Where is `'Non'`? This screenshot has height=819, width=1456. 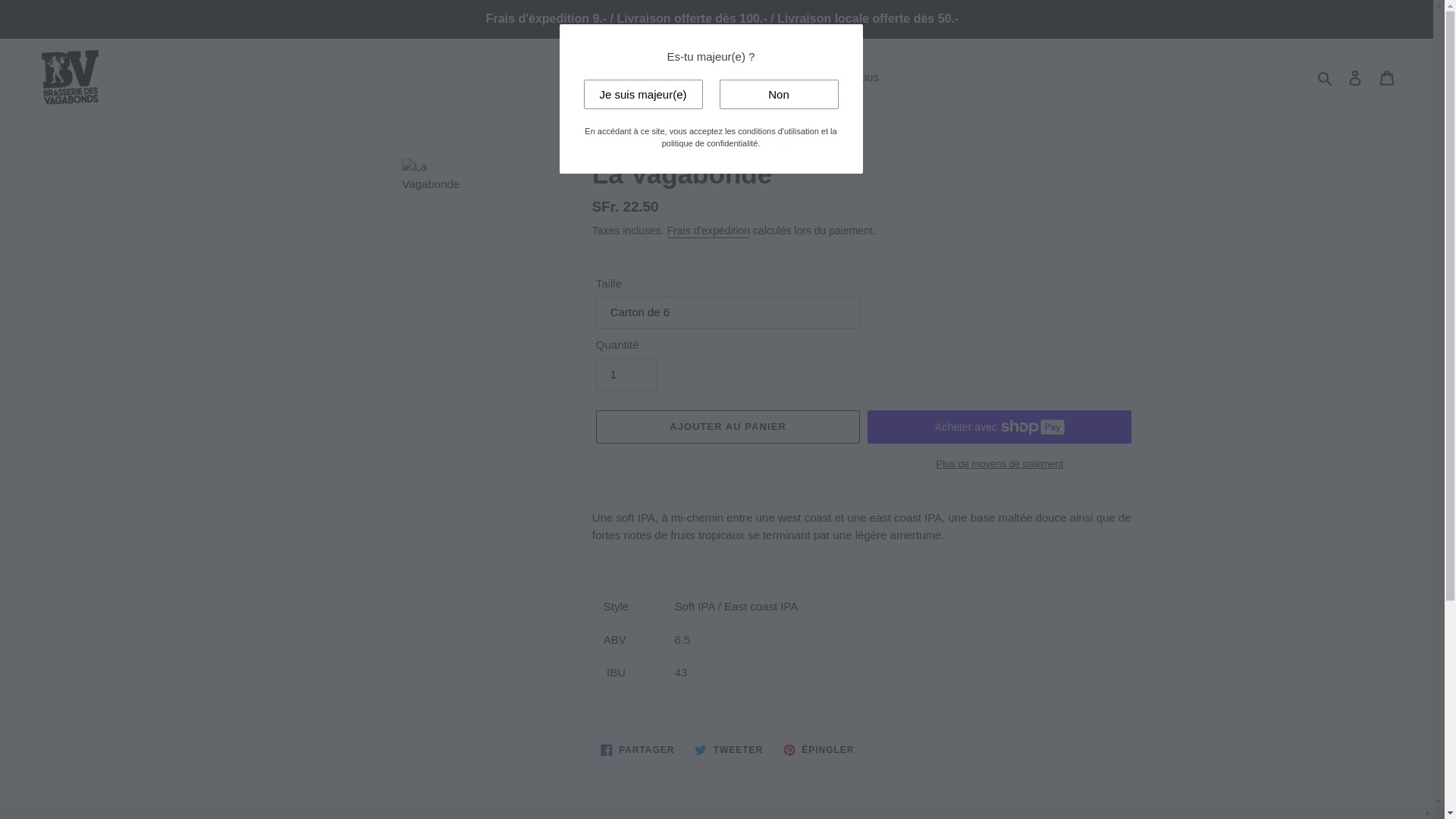 'Non' is located at coordinates (778, 94).